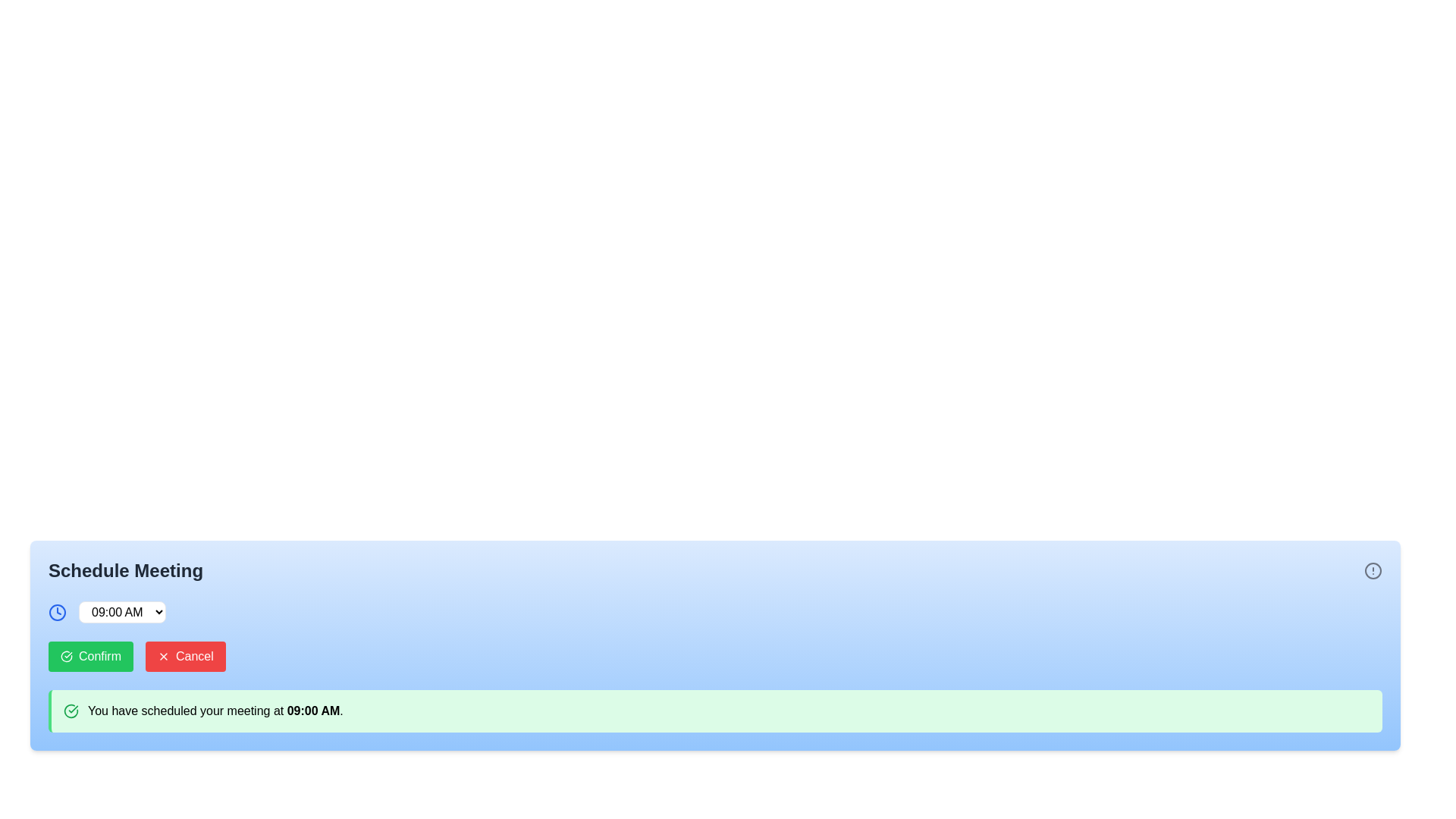  What do you see at coordinates (71, 711) in the screenshot?
I see `the green circular icon with a white background and a check mark inside, located next to the message text in the notification bar that says 'You have scheduled your meeting at 09:00 AM.'` at bounding box center [71, 711].